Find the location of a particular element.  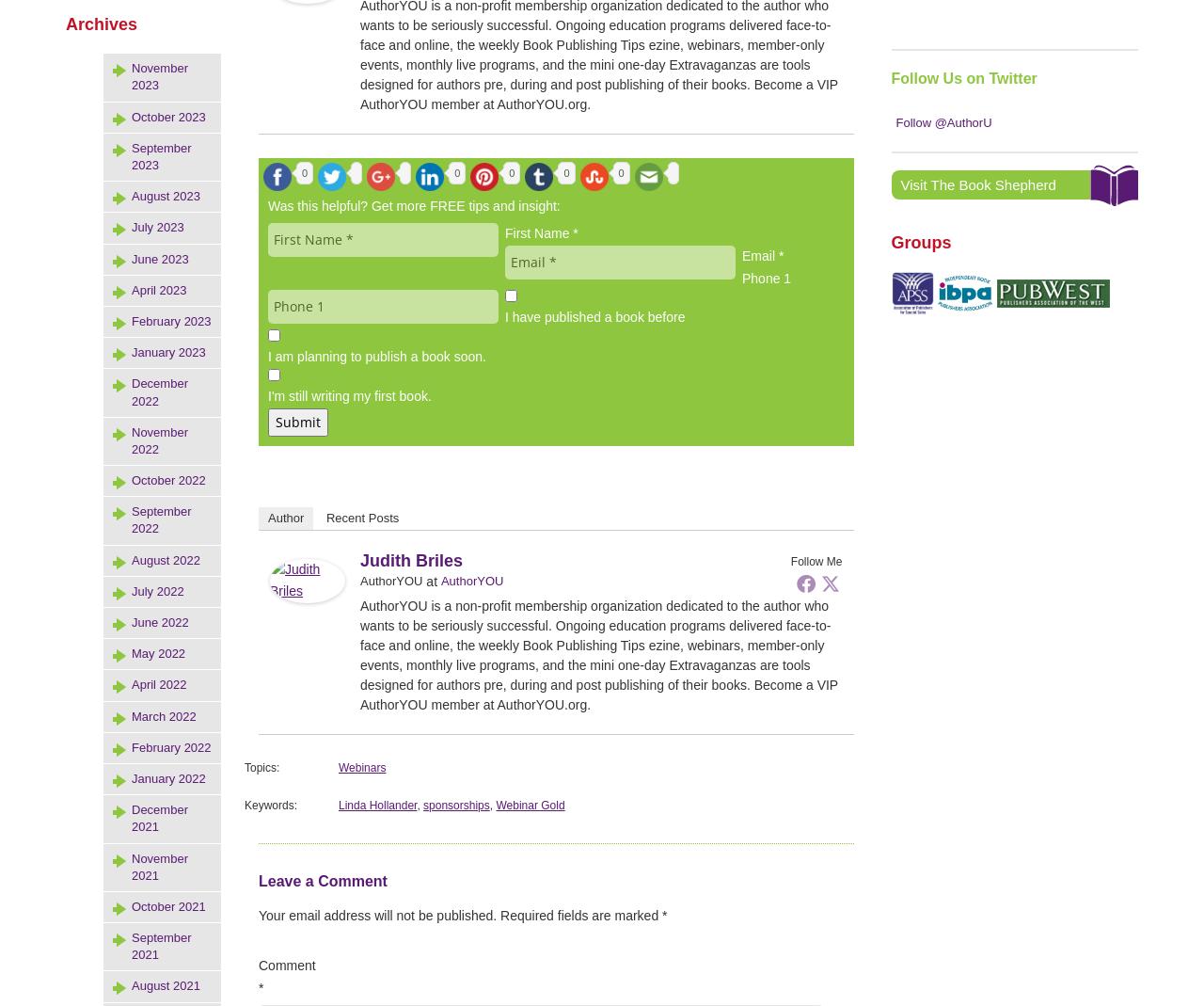

'April 2023' is located at coordinates (158, 288).